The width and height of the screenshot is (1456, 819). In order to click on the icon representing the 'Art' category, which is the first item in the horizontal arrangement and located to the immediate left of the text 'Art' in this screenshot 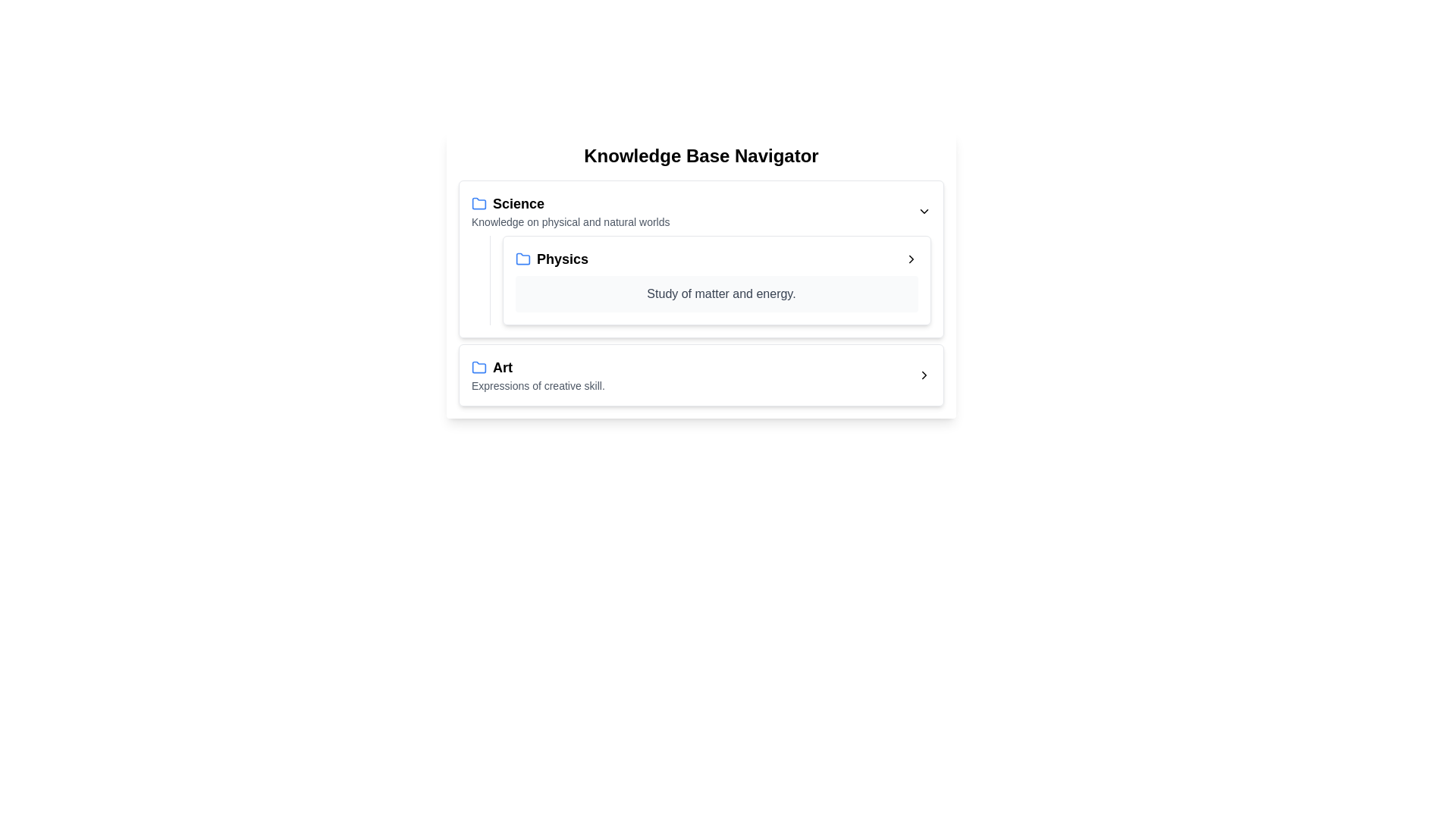, I will do `click(479, 368)`.